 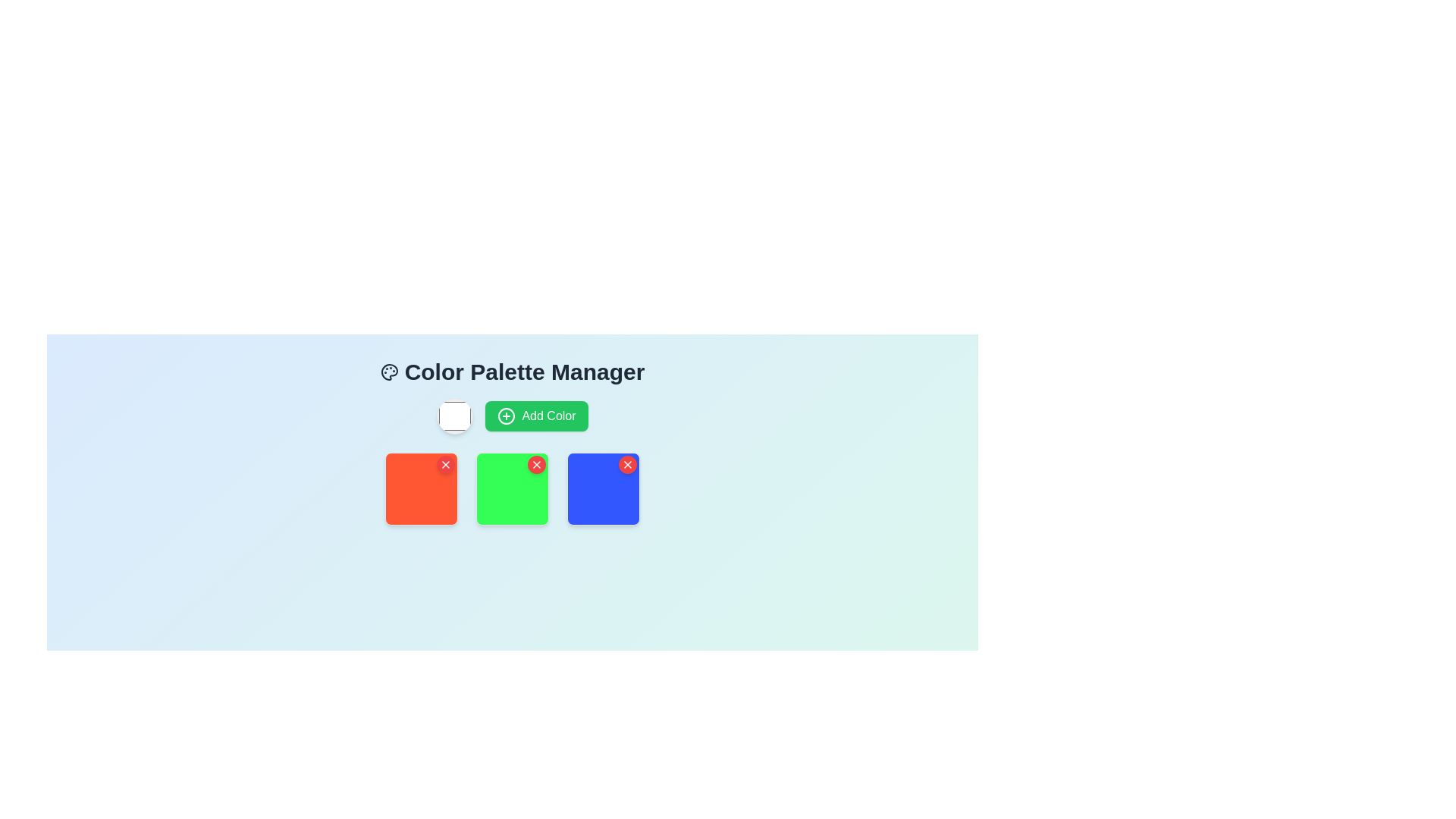 What do you see at coordinates (506, 416) in the screenshot?
I see `the circular icon with a thin outer border and a central cross, located beside the 'Add Color' label in the green button` at bounding box center [506, 416].